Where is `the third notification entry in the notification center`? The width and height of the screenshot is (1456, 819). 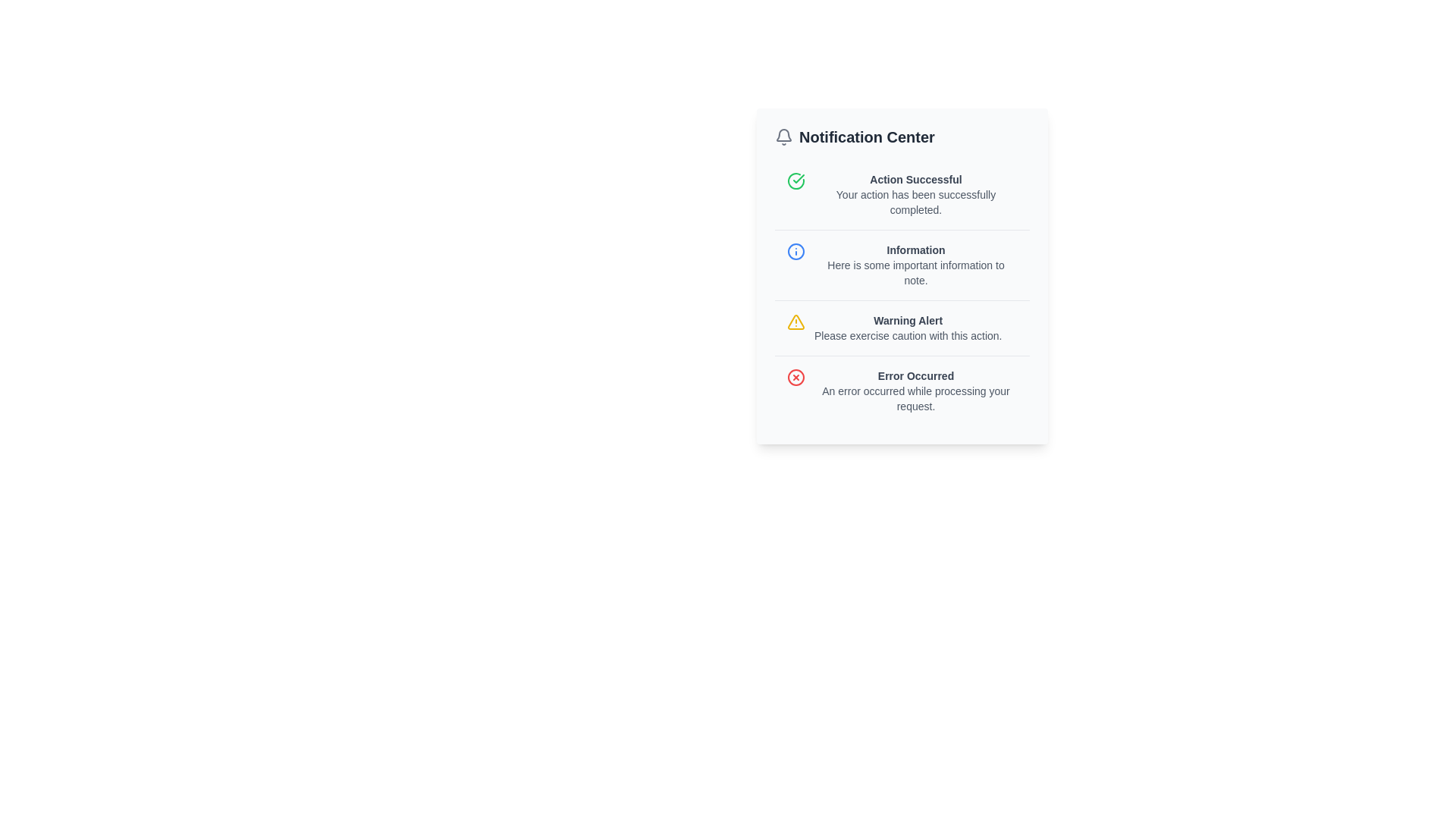 the third notification entry in the notification center is located at coordinates (902, 328).